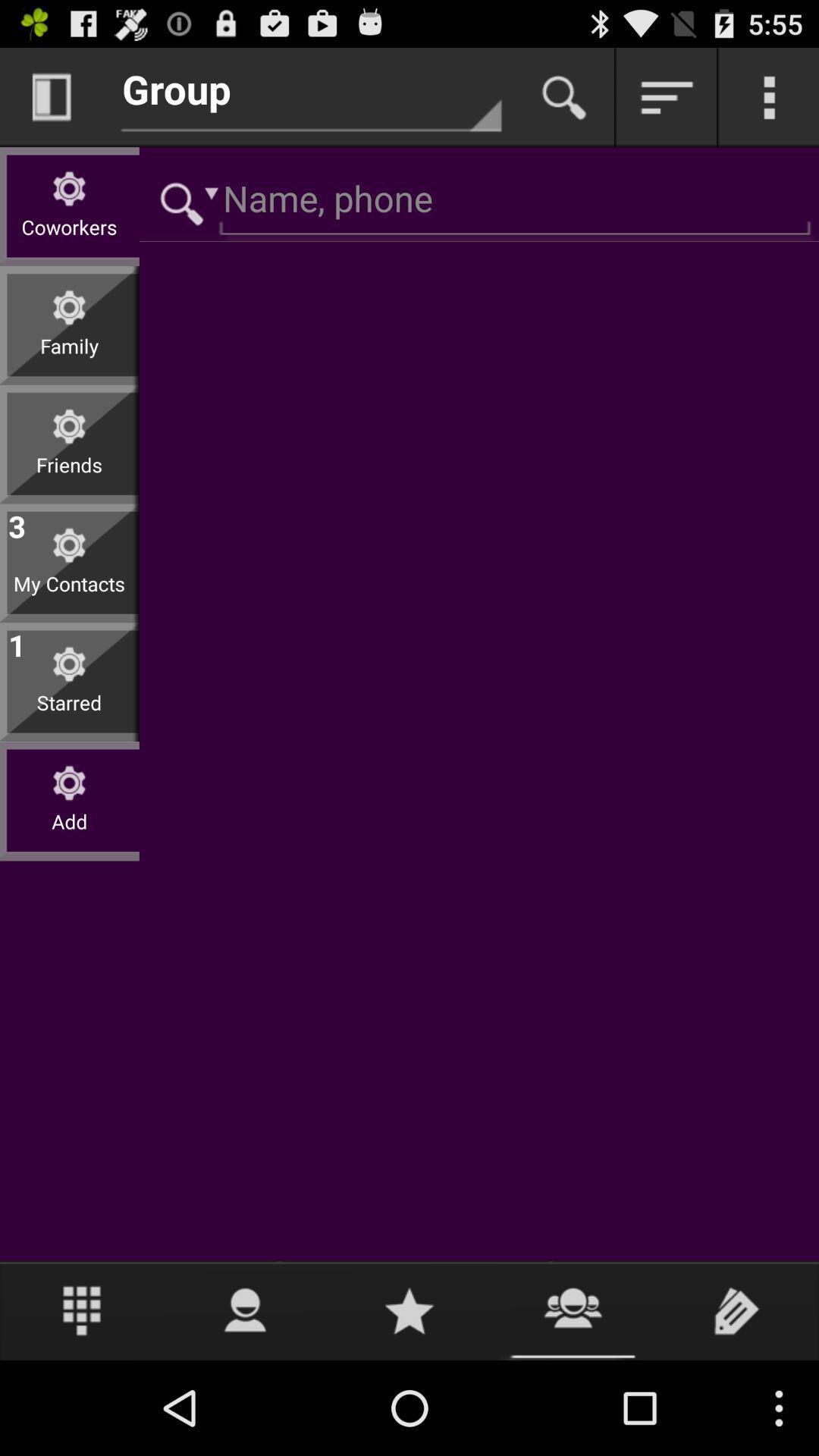  I want to click on order by highest first, so click(666, 96).